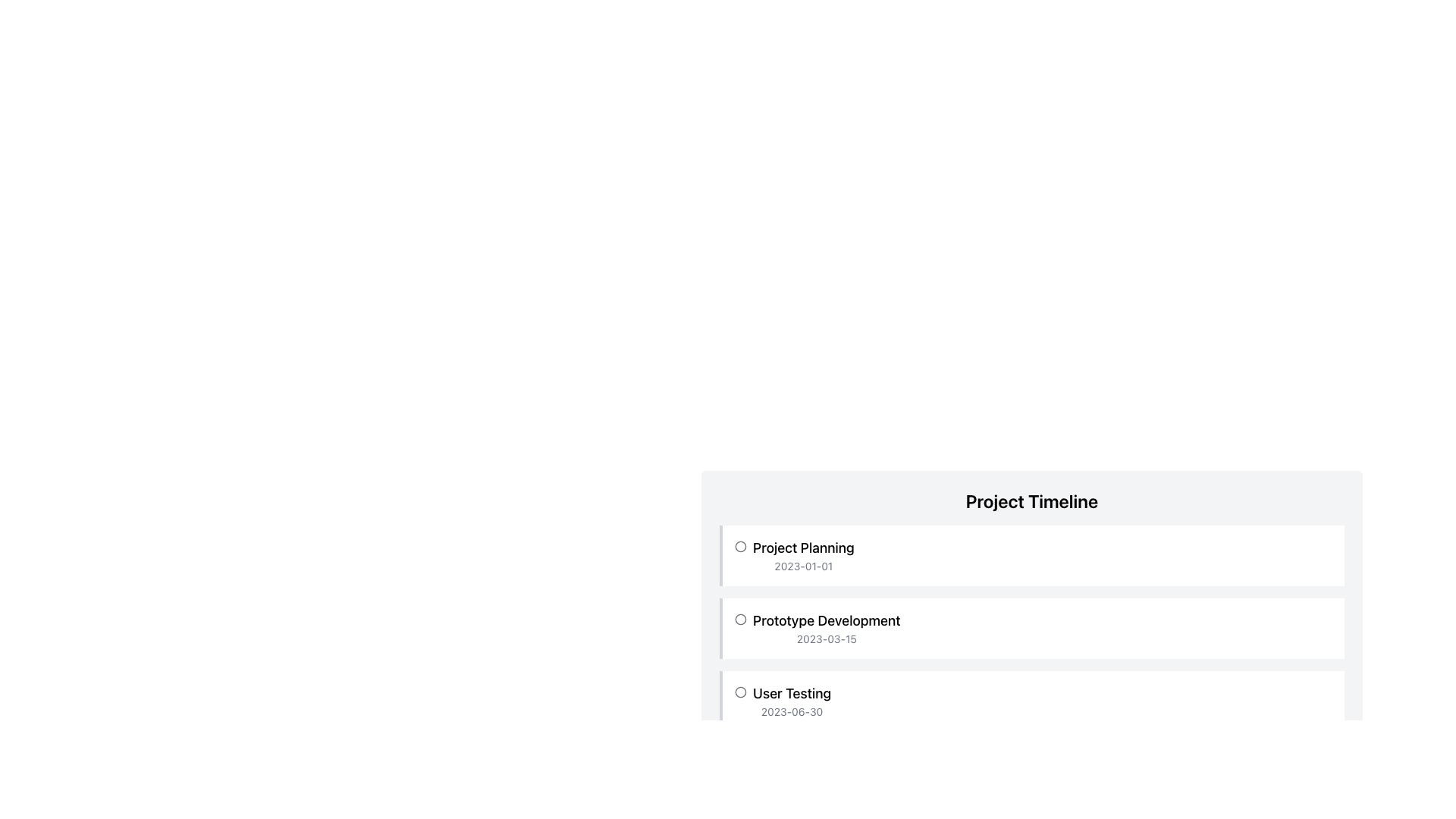 This screenshot has height=819, width=1456. I want to click on the circular icon that serves as a visual indicator adjacent to the text 'Project Planning', which is the topmost icon in the vertical list of three icons, so click(741, 547).